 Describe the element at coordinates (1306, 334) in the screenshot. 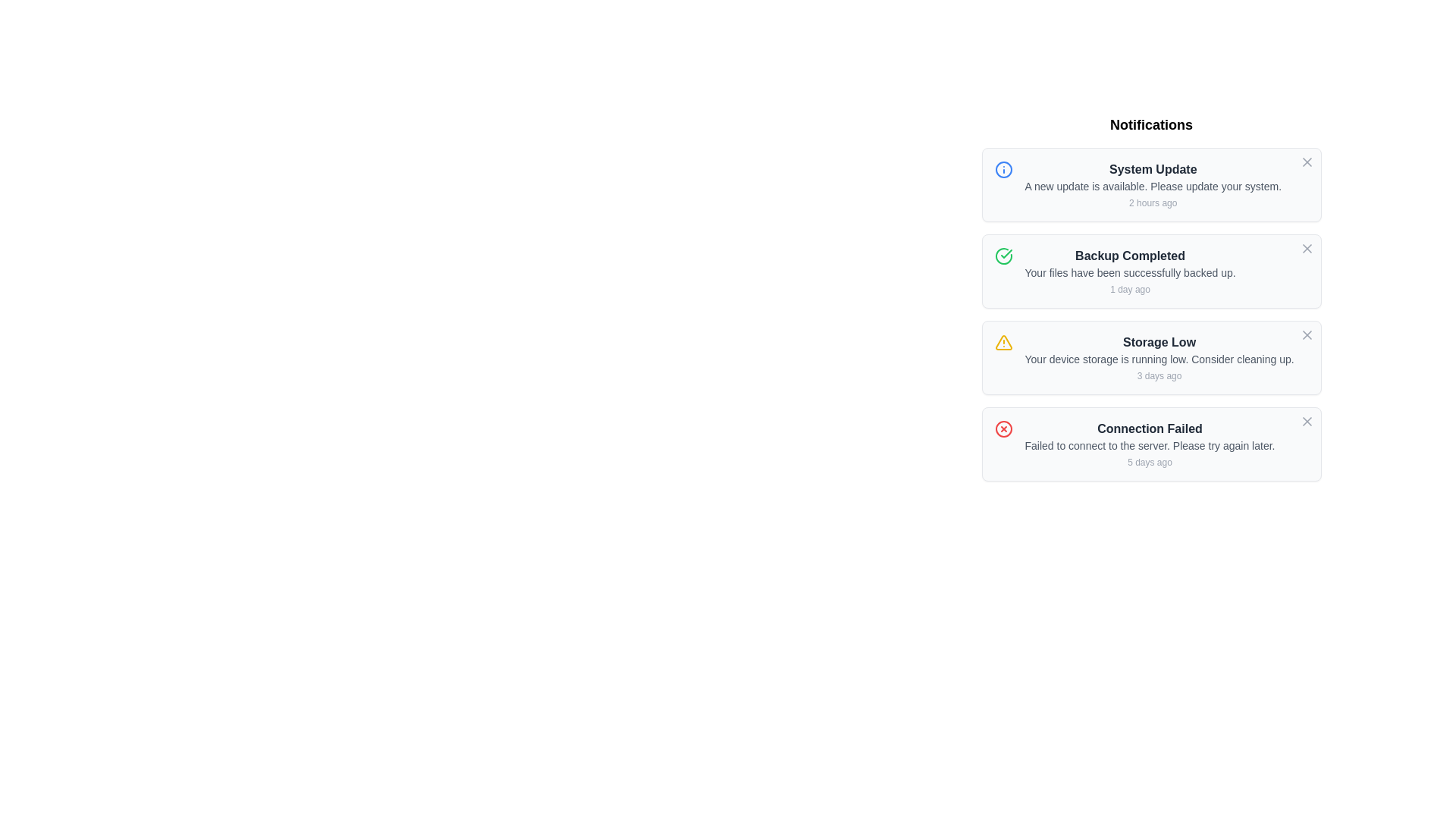

I see `the 'X' icon button in the top-right corner of the 'Storage Low' notification card to change its color` at that location.